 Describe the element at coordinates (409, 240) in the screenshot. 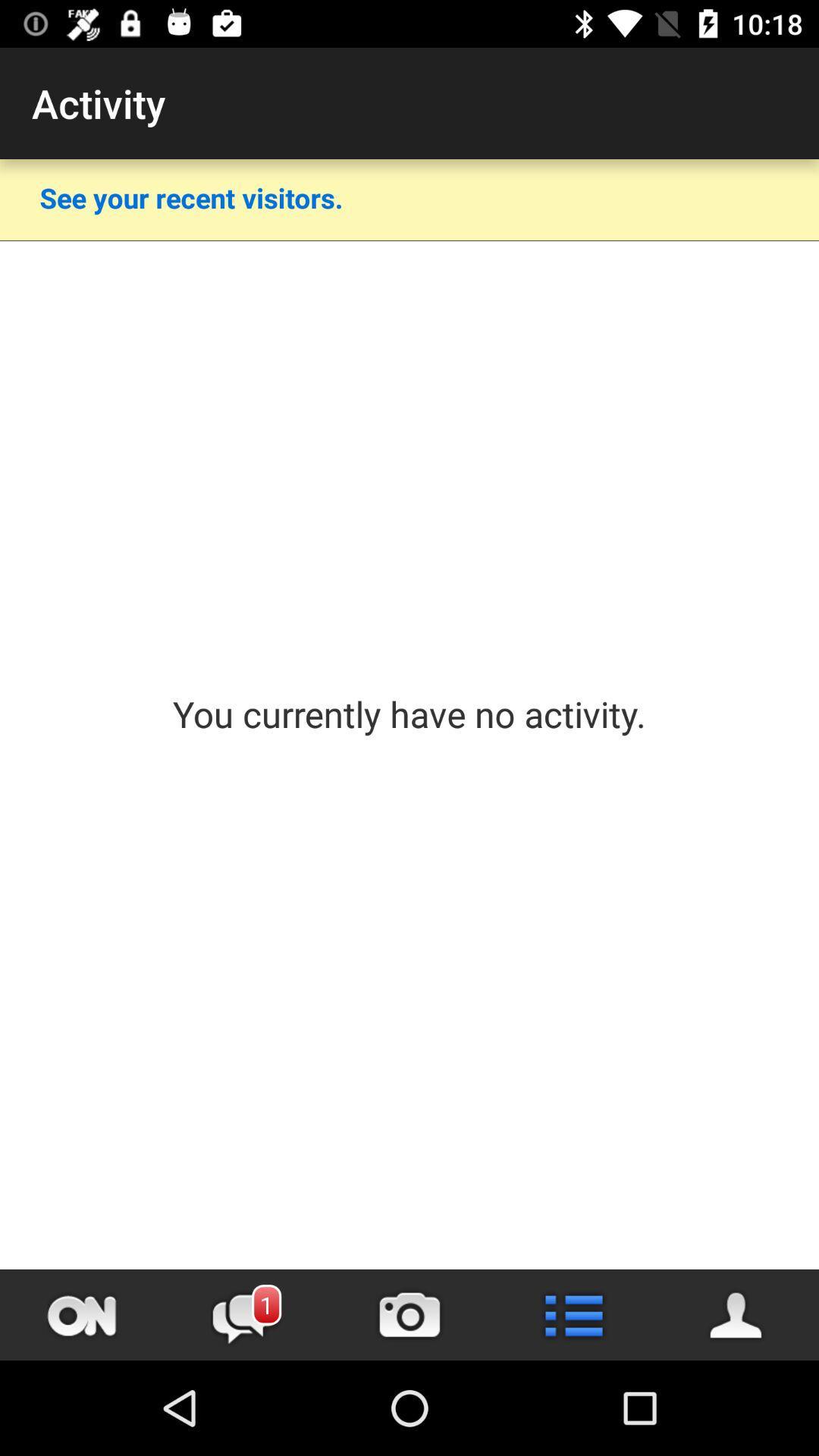

I see `item below see your recent icon` at that location.